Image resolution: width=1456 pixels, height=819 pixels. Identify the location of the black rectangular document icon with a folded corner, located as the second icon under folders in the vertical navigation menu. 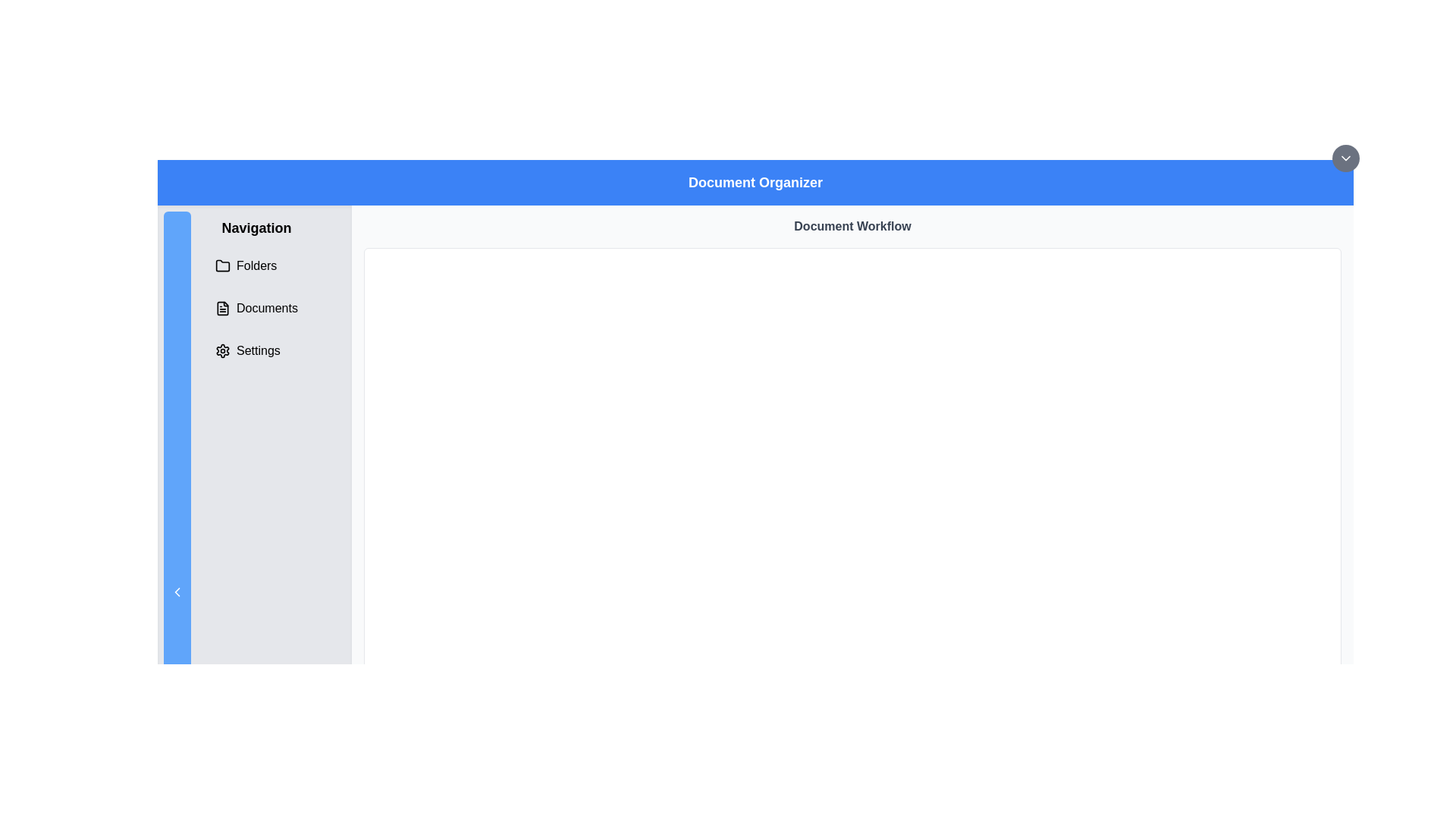
(221, 308).